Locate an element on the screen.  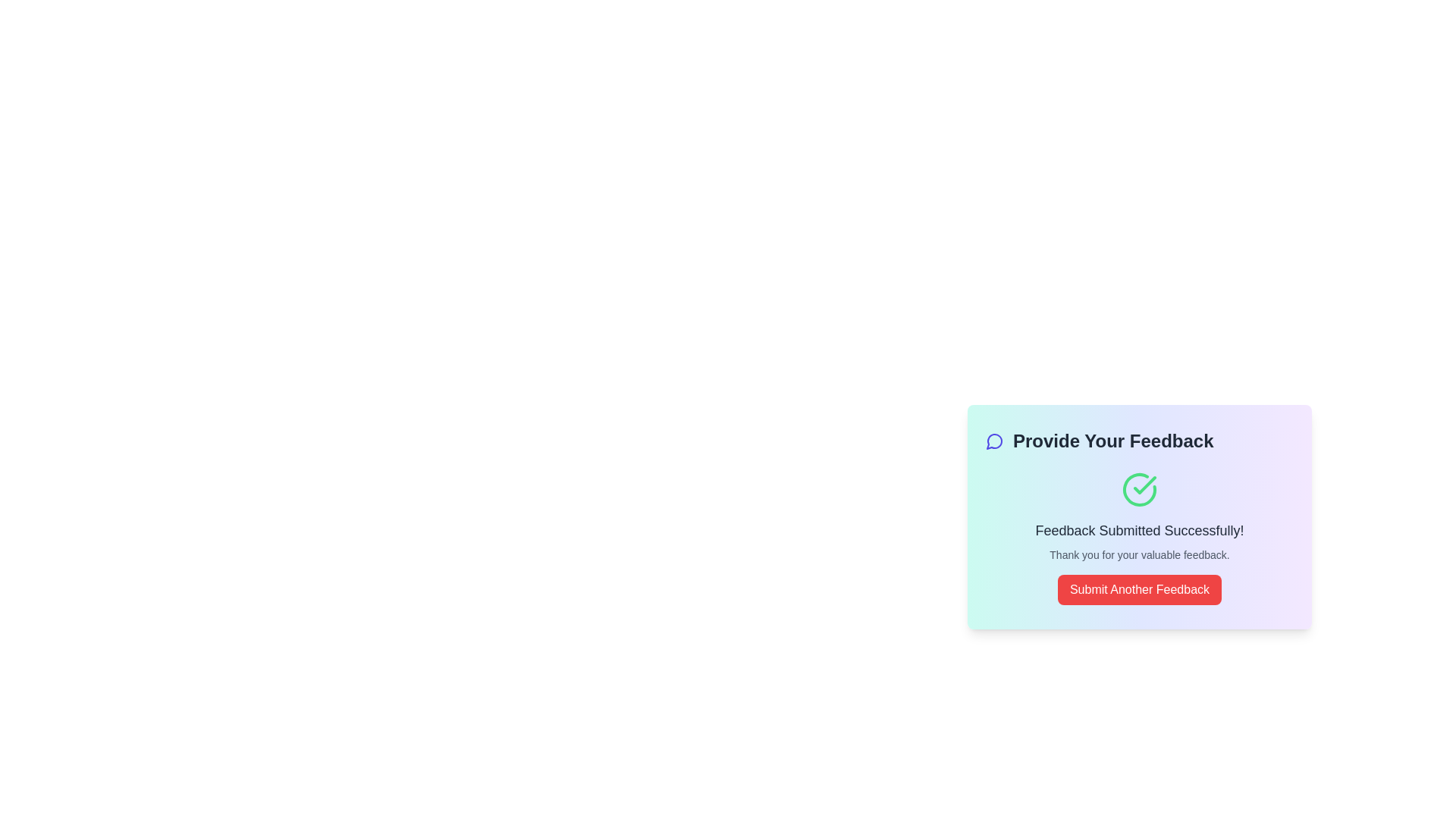
text label 'Provide Your Feedback' which is styled with a large, bold font in dark gray and includes an indigo speech bubble icon on its left side is located at coordinates (1139, 441).